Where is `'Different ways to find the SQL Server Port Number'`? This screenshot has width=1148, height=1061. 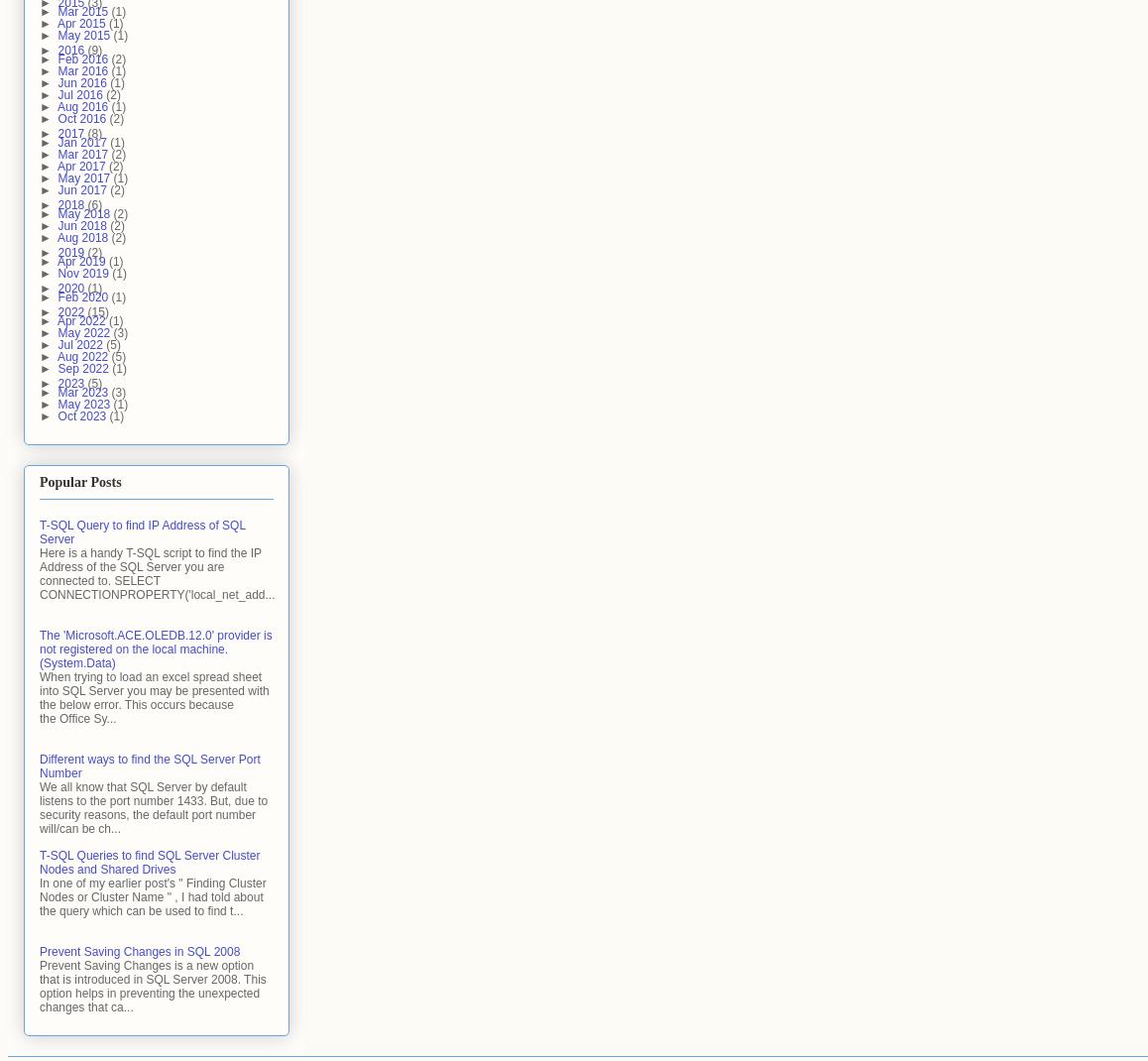 'Different ways to find the SQL Server Port Number' is located at coordinates (149, 765).